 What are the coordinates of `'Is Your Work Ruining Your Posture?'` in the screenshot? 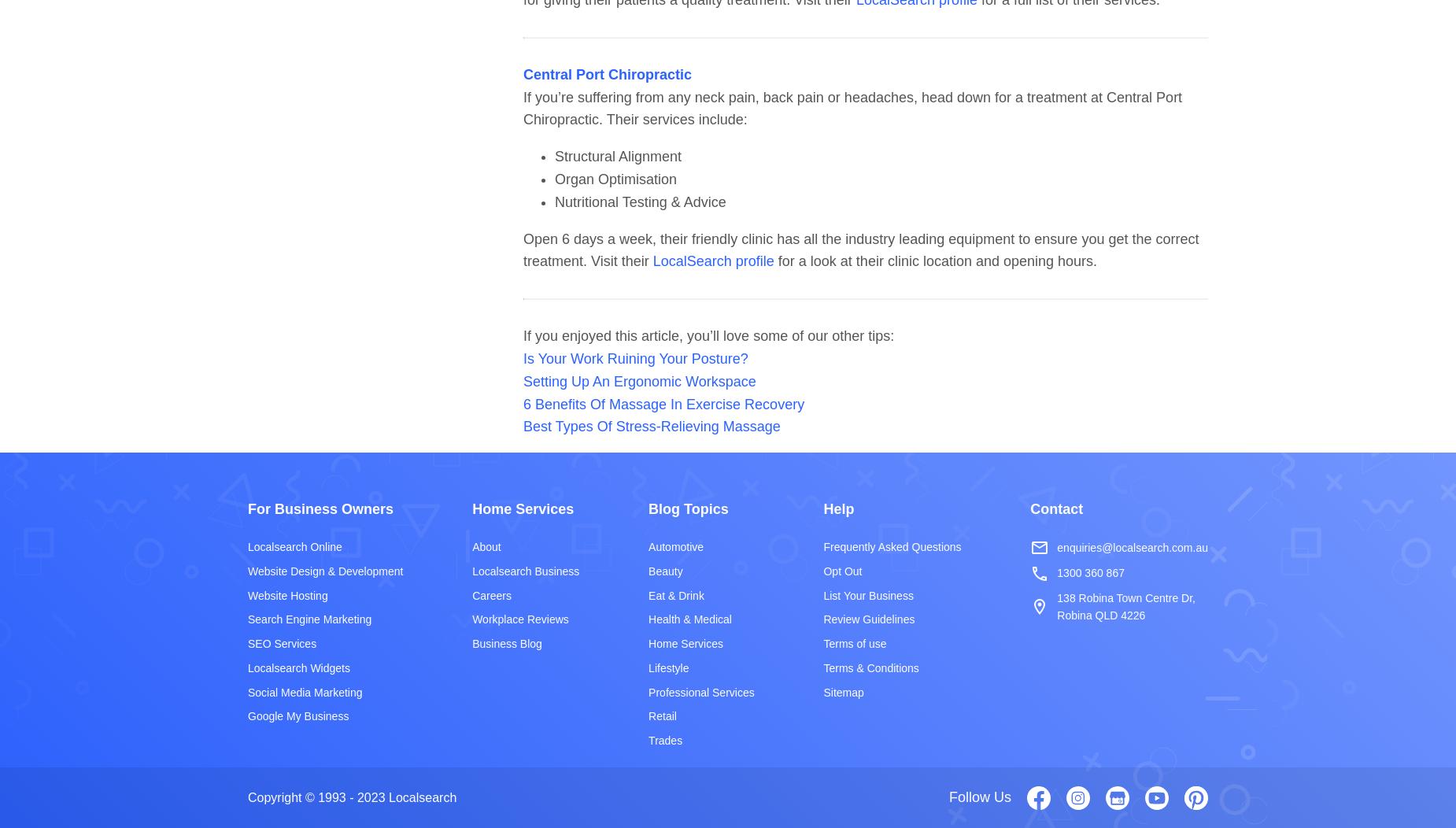 It's located at (634, 357).